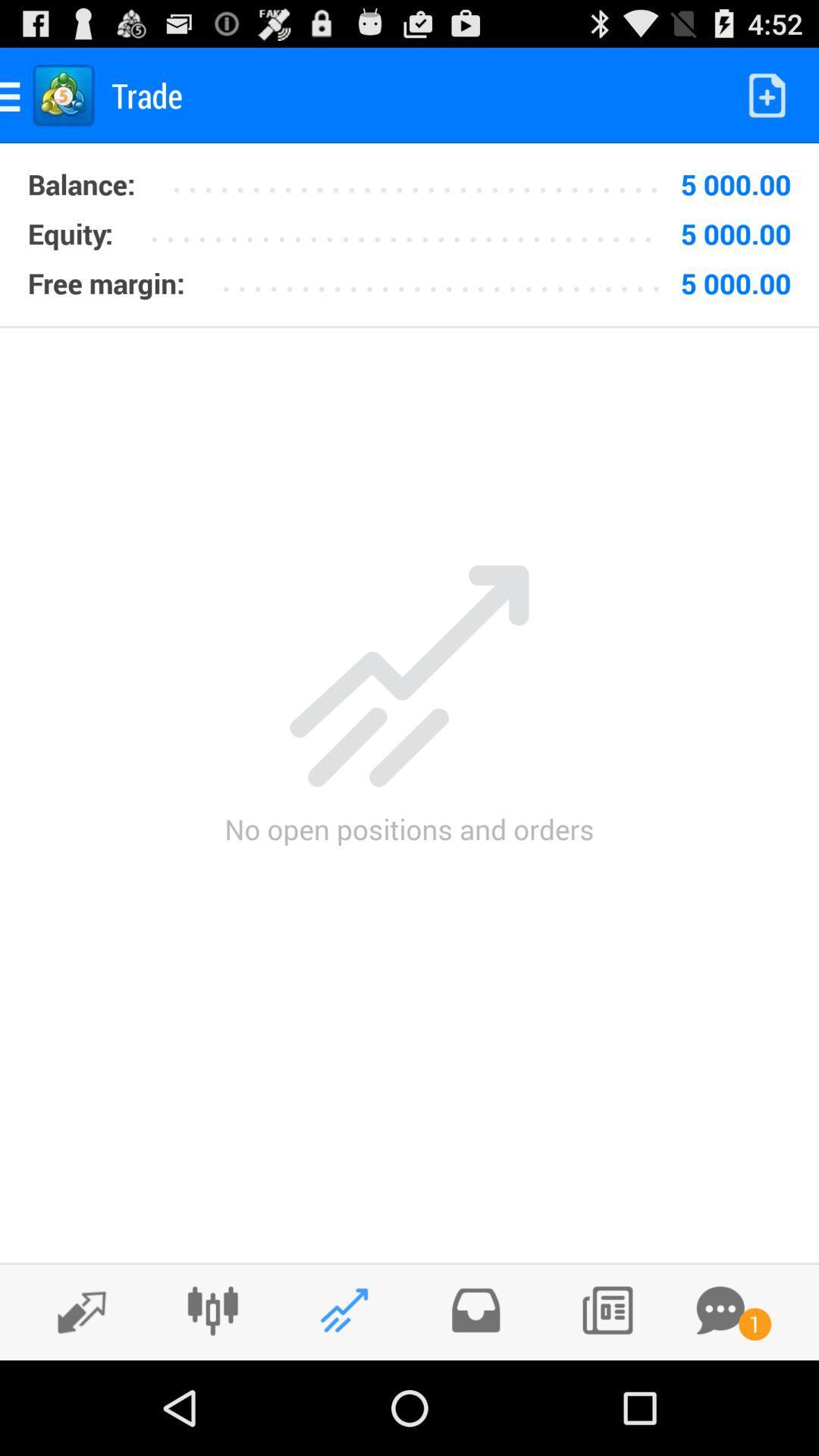 The height and width of the screenshot is (1456, 819). I want to click on the item above no open positions icon, so click(409, 326).